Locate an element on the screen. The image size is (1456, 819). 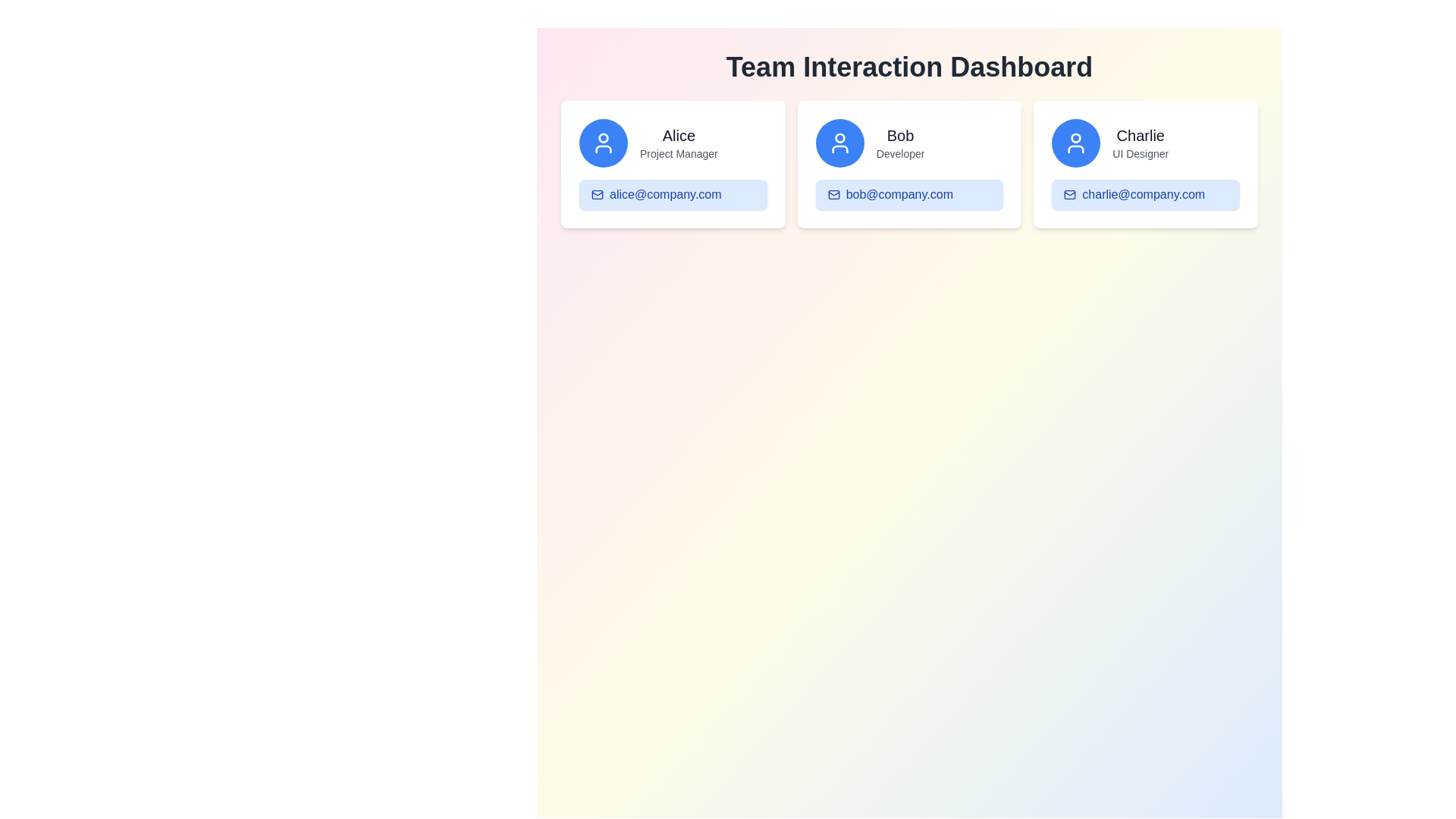
the circular icon representing 'Alice' located at the top-left of her profile card, directly above her name and role is located at coordinates (603, 143).